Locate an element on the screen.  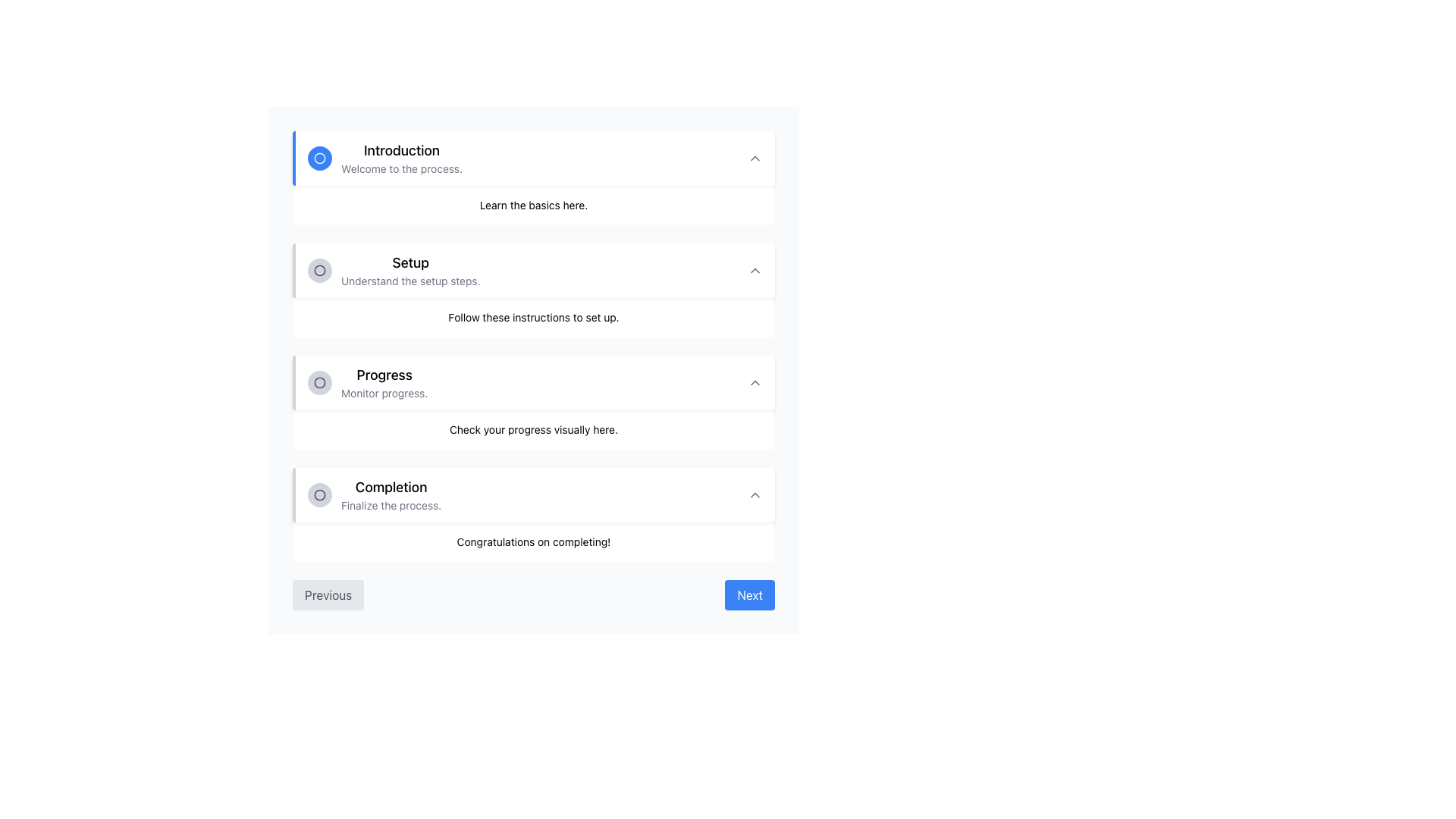
text label that serves as the title for the third step in the vertically stacked navigation menu, positioned above the descriptive text 'Monitor progress.' is located at coordinates (384, 375).